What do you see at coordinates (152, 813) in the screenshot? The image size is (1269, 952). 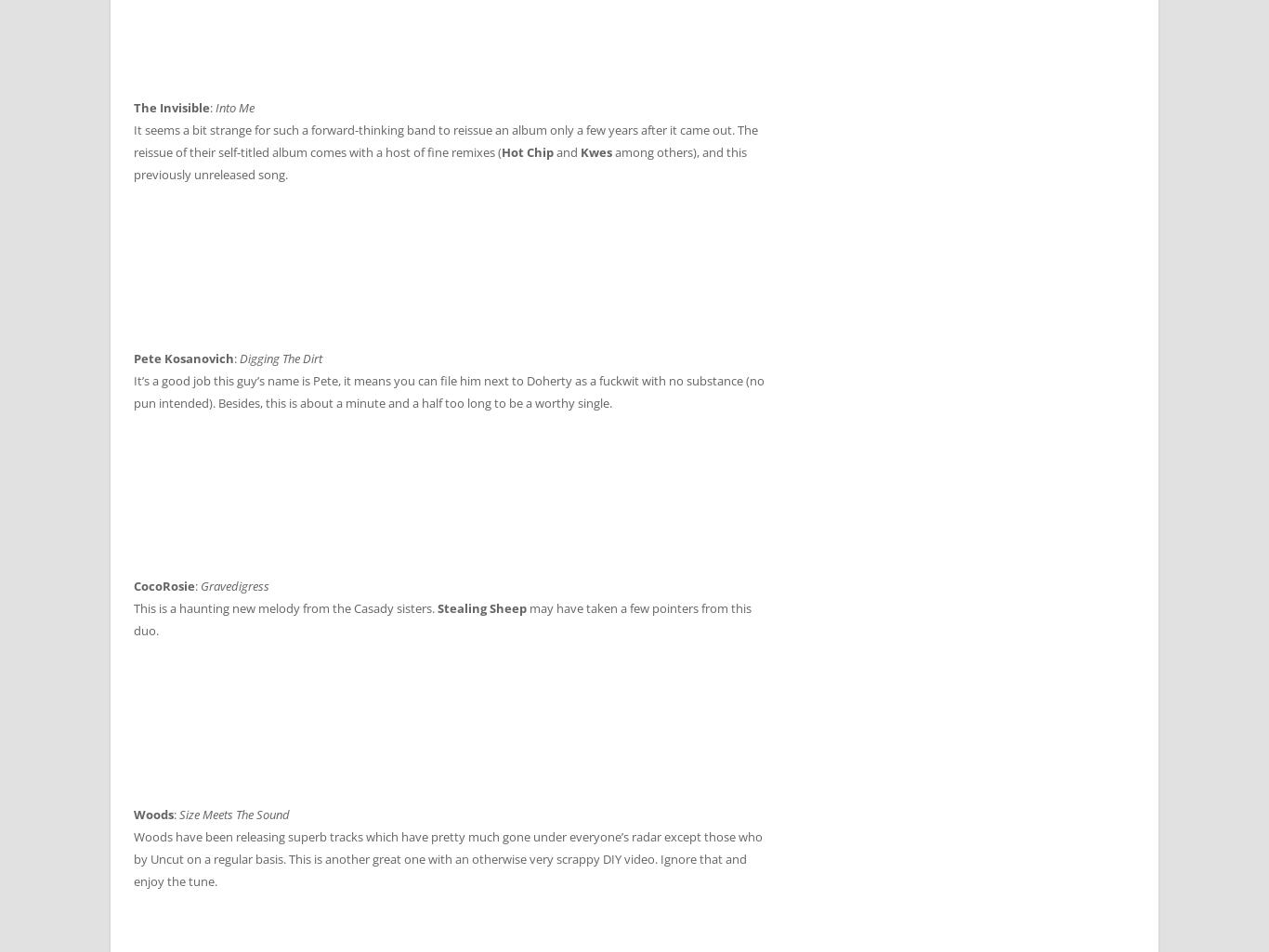 I see `'Woods'` at bounding box center [152, 813].